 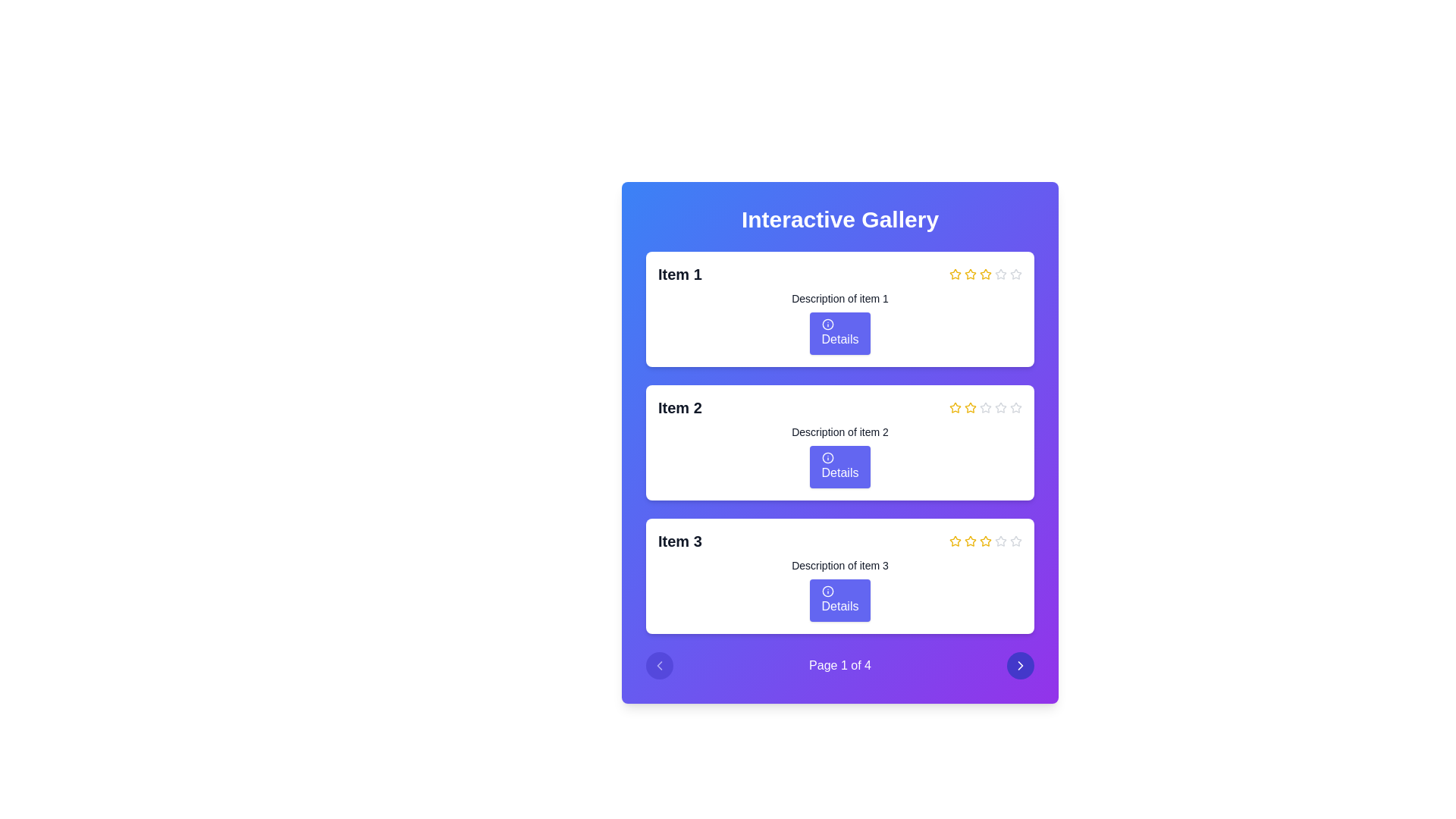 I want to click on the circular button located in the bottom-right corner of the interface that contains a white chevron-shaped icon pointing to the right, so click(x=1020, y=665).